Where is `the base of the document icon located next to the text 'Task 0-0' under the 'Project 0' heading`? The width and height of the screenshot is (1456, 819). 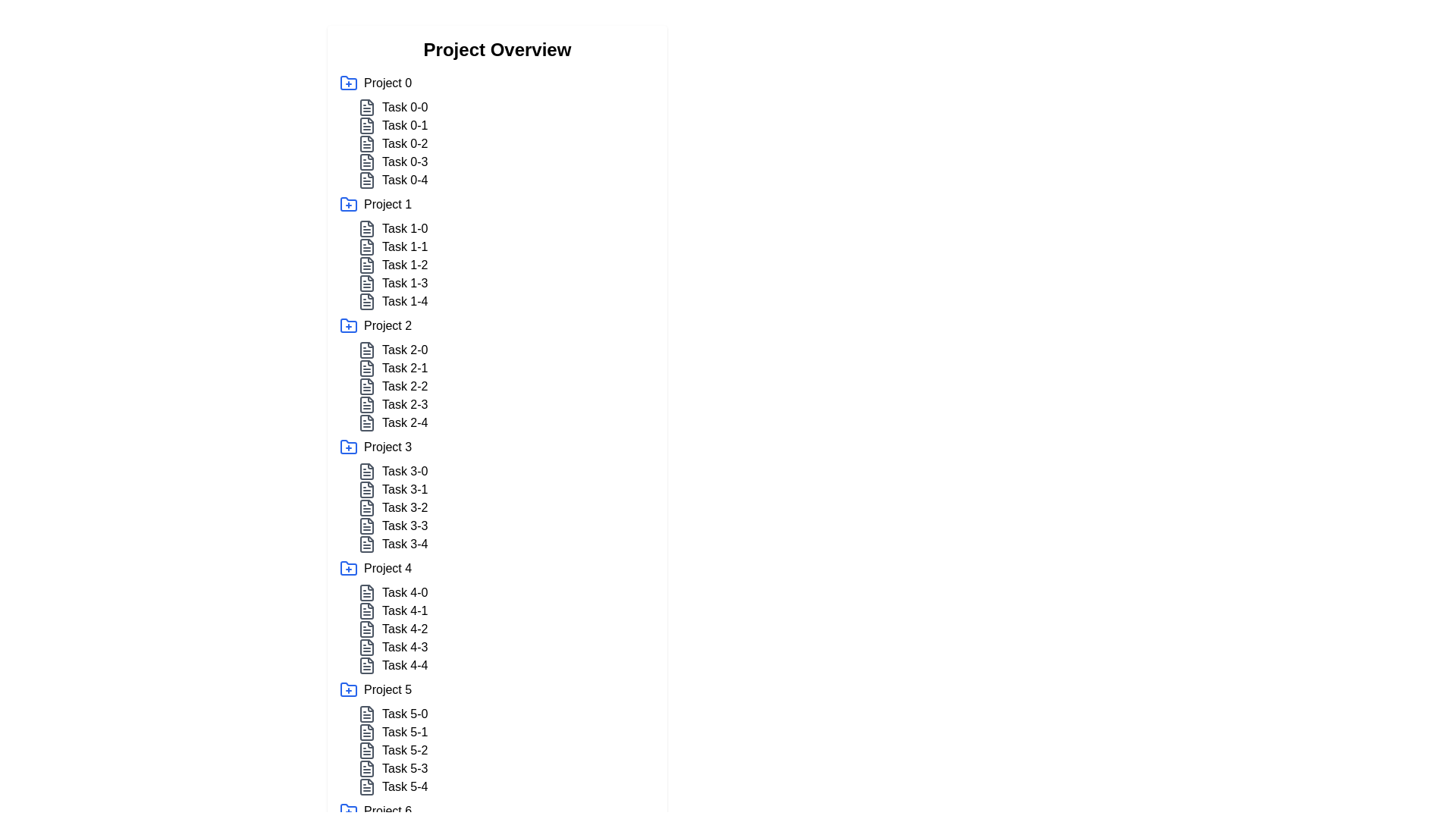 the base of the document icon located next to the text 'Task 0-0' under the 'Project 0' heading is located at coordinates (367, 107).